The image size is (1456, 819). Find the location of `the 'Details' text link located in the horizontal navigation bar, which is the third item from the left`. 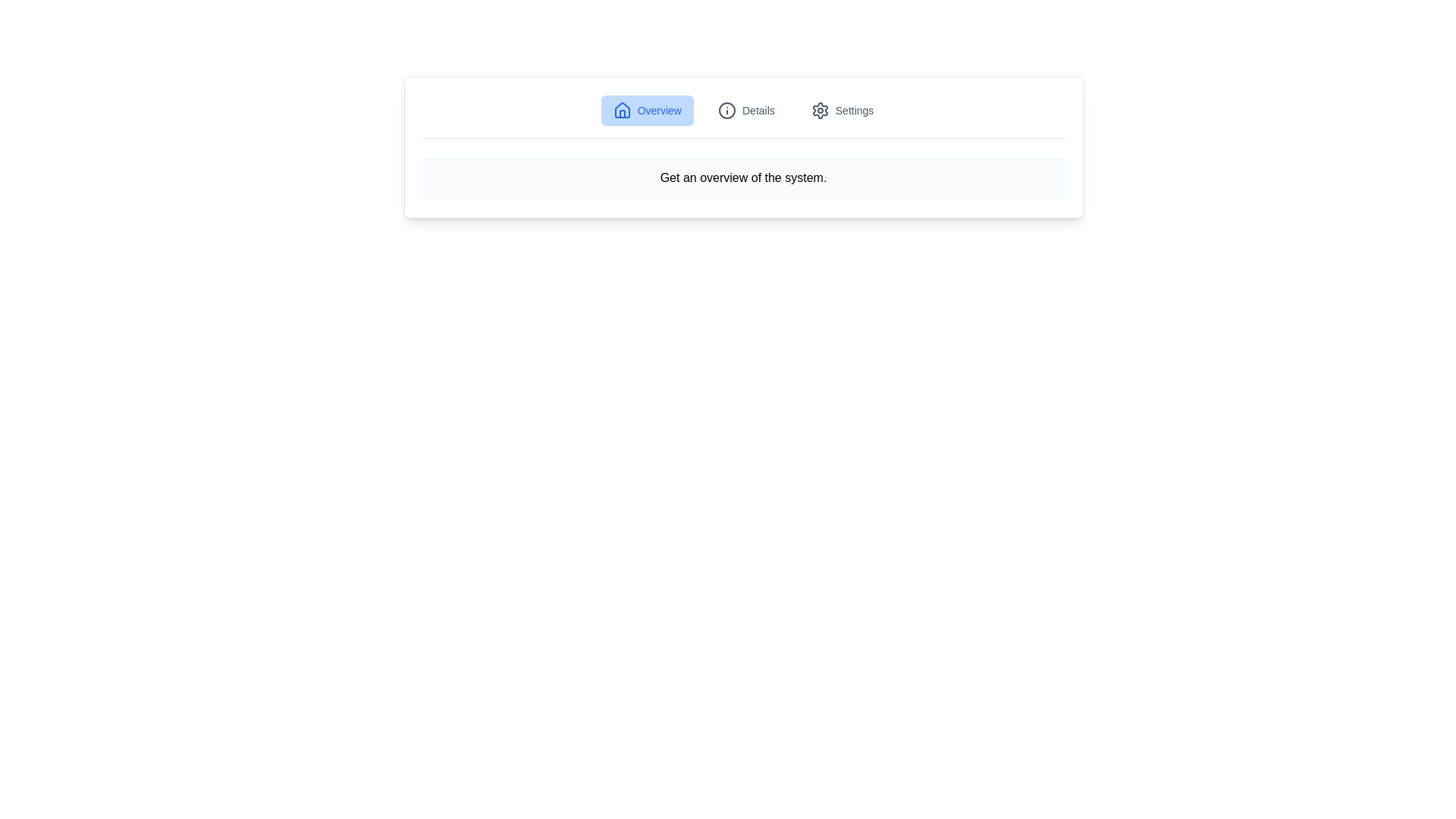

the 'Details' text link located in the horizontal navigation bar, which is the third item from the left is located at coordinates (758, 110).